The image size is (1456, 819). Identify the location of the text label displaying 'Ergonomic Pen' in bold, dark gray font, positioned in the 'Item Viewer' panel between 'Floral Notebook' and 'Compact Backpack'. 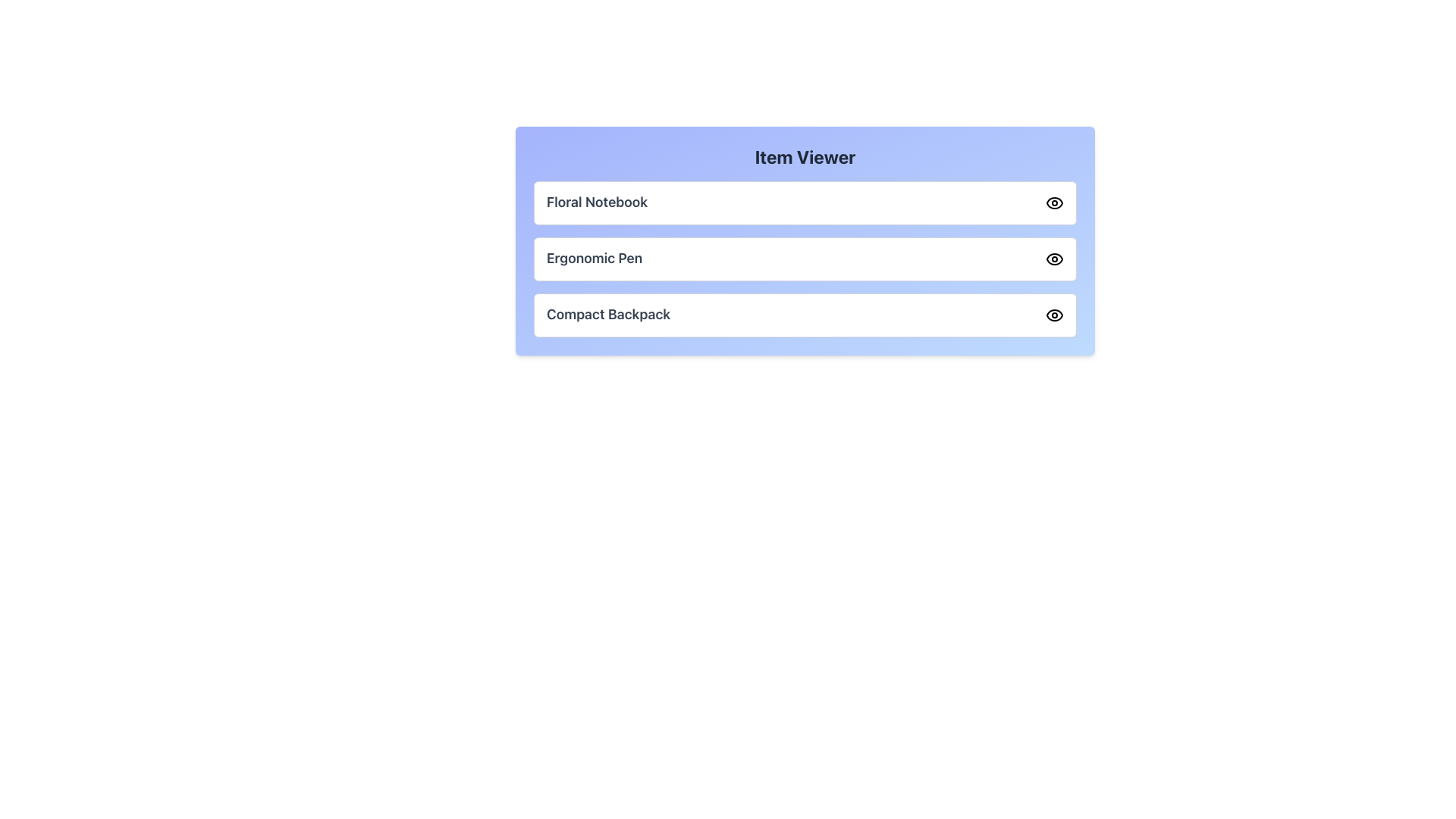
(594, 259).